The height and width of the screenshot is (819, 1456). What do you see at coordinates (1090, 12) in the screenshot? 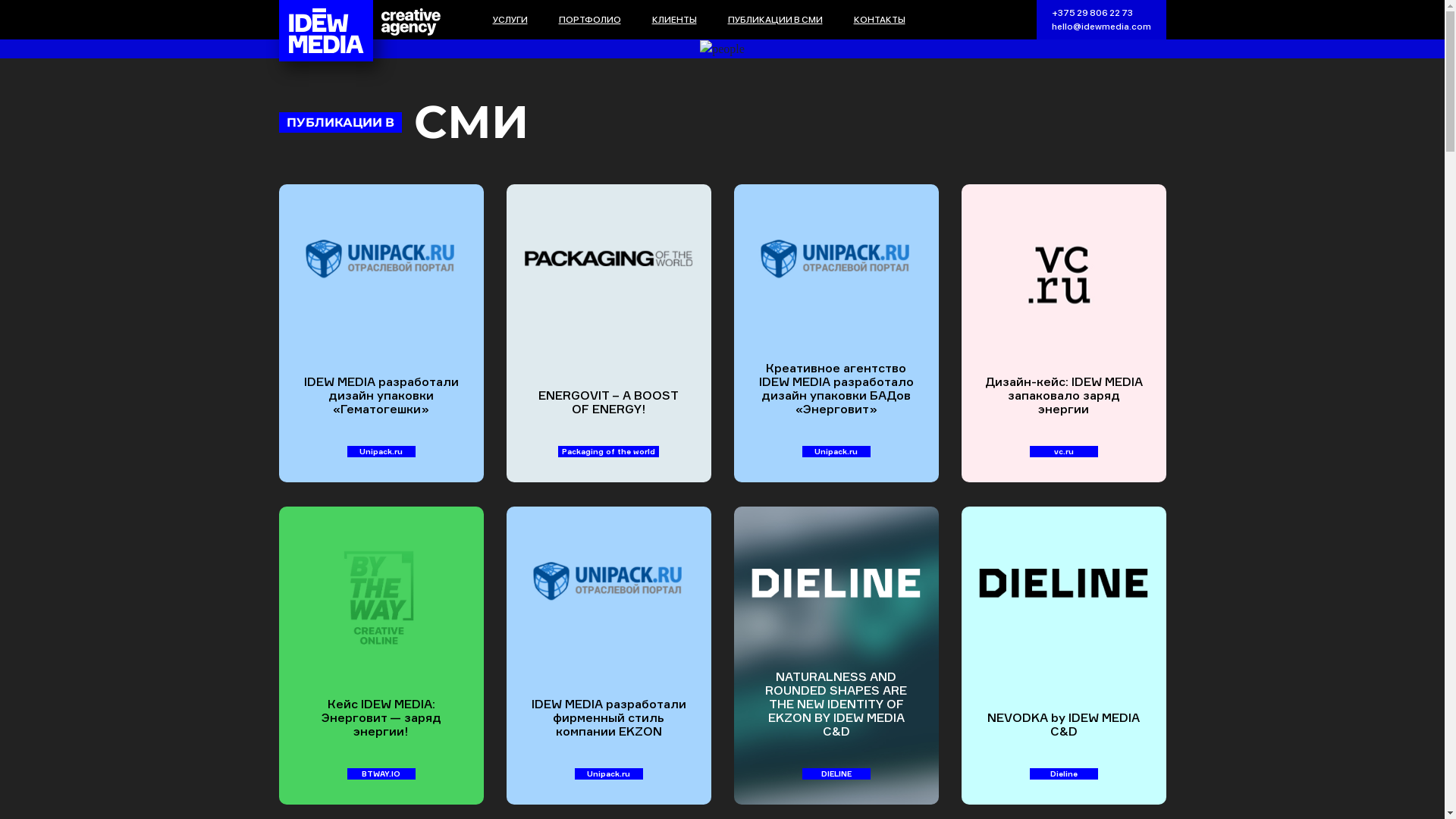
I see `'+375 29 806 22 73'` at bounding box center [1090, 12].